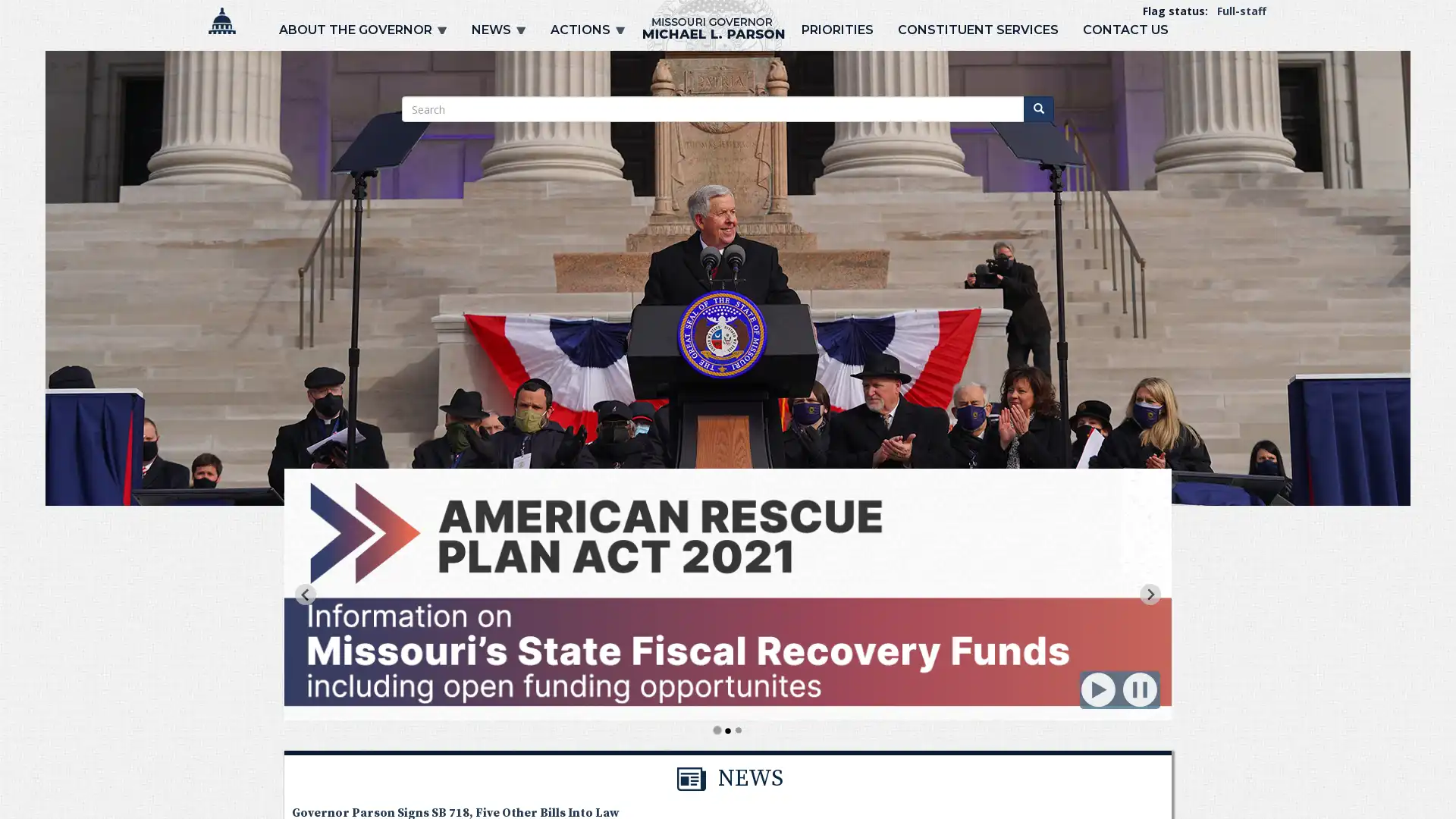 This screenshot has height=819, width=1456. What do you see at coordinates (1141, 690) in the screenshot?
I see `Pause autoplay` at bounding box center [1141, 690].